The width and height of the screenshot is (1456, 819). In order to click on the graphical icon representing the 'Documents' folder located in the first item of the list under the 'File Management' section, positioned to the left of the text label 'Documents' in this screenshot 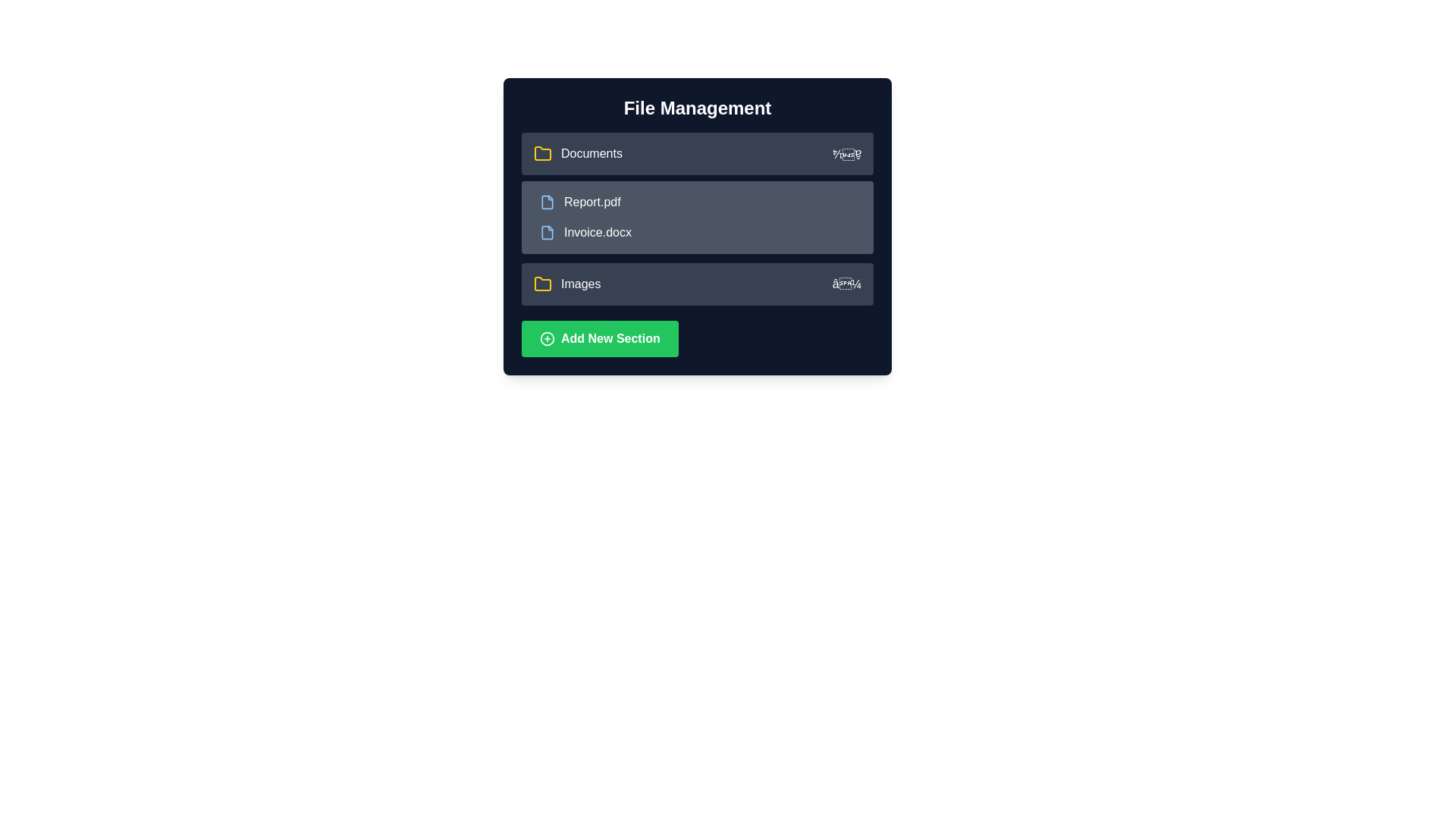, I will do `click(542, 153)`.